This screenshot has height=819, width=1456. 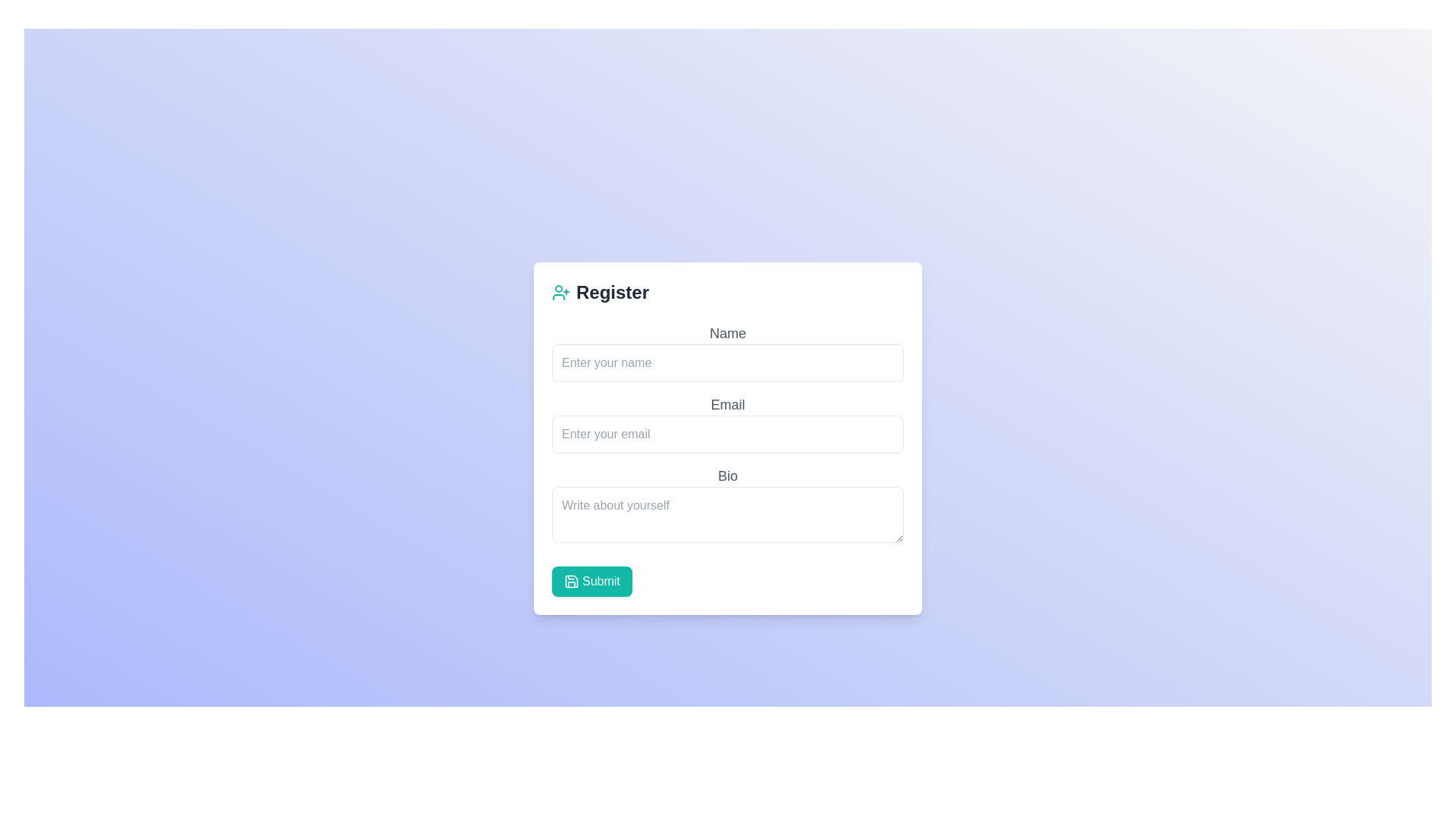 I want to click on the 'Bio' text label, which is styled in bold with a larger gray font, positioned above the bio input area in the mid-bottom of the register form, so click(x=728, y=475).